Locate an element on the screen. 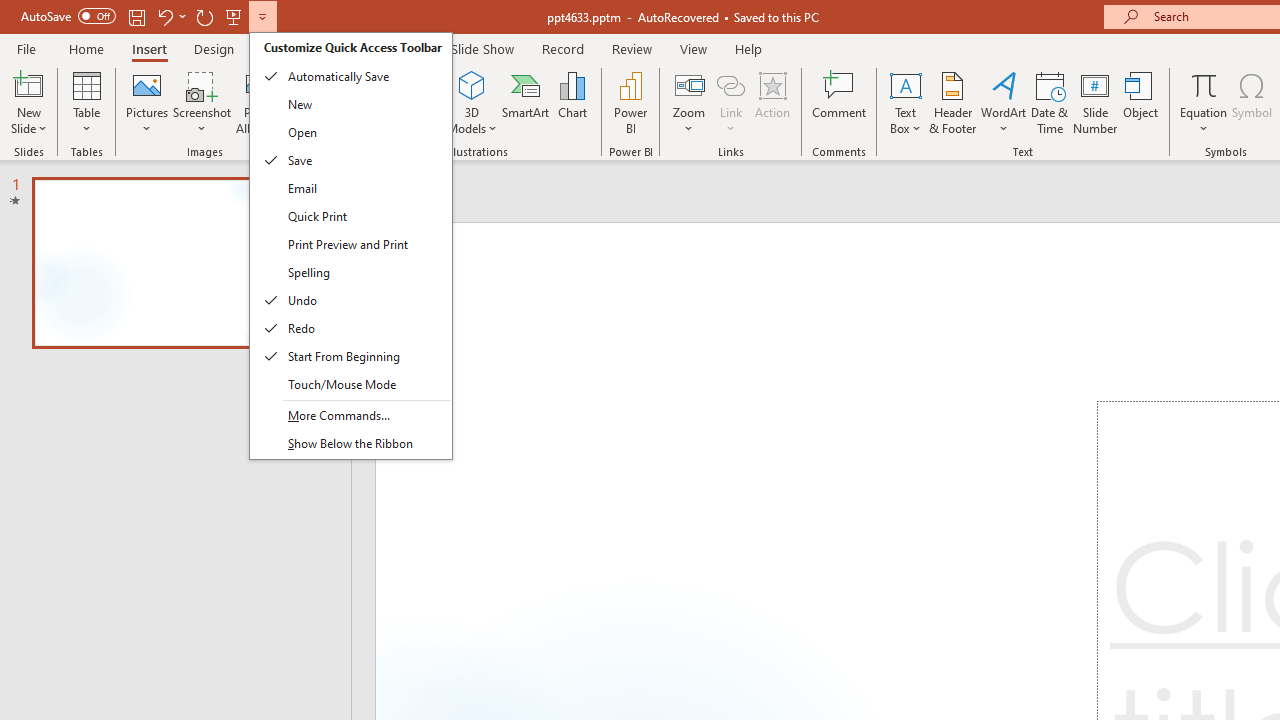 This screenshot has height=720, width=1280. 'WordArt' is located at coordinates (1004, 103).